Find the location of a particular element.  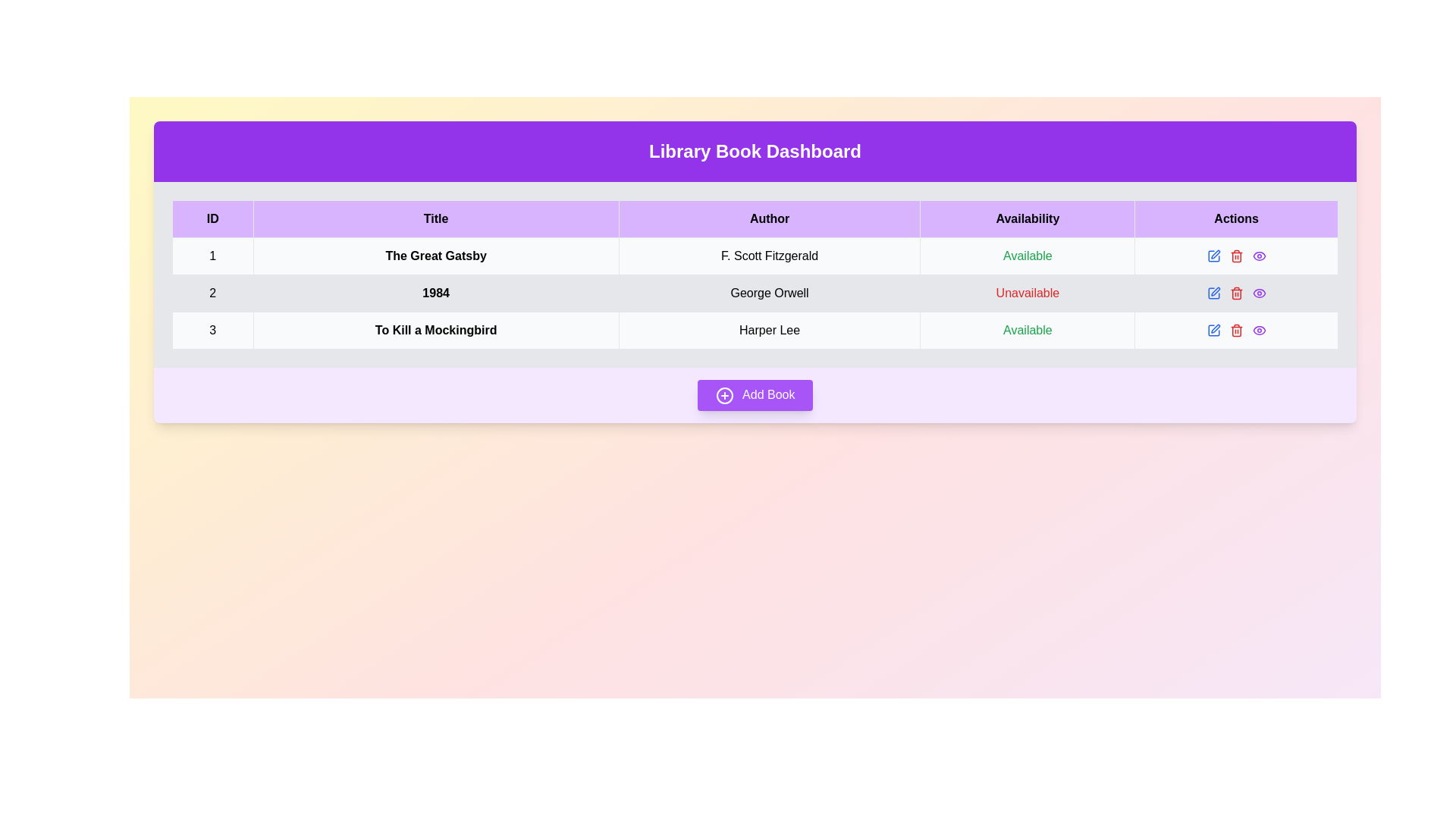

text of the Table Header Cell labeled 'Availability', which is the fourth column in the header row of the table layout is located at coordinates (1028, 219).